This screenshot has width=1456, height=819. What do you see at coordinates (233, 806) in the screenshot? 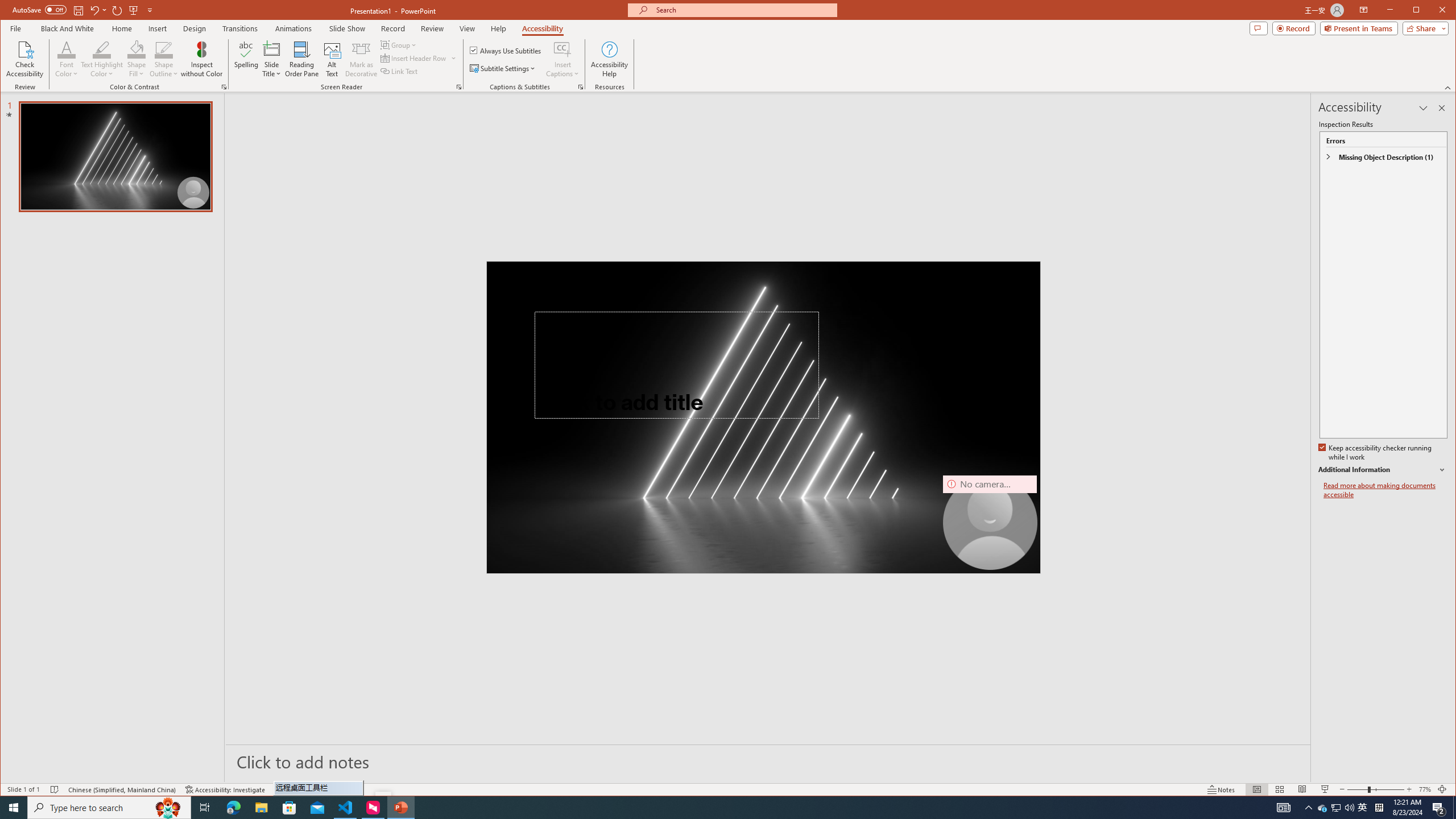
I see `'Microsoft Edge'` at bounding box center [233, 806].